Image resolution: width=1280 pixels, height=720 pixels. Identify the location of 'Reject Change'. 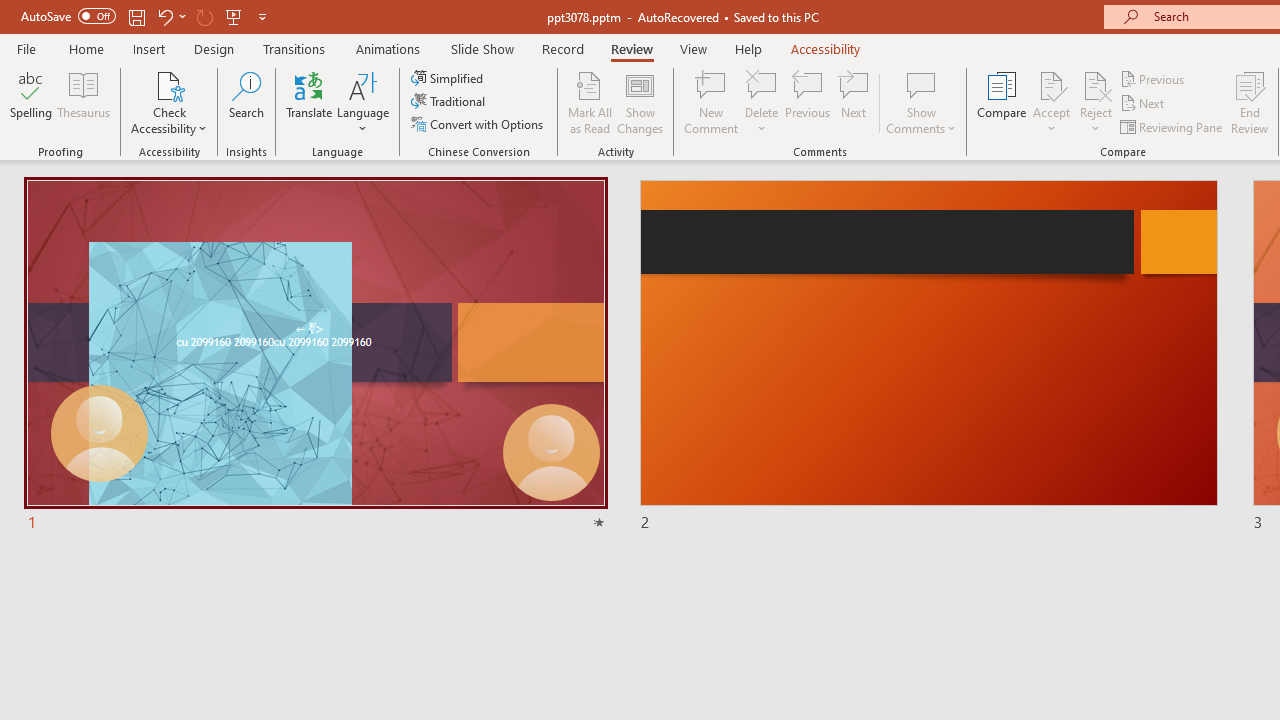
(1095, 84).